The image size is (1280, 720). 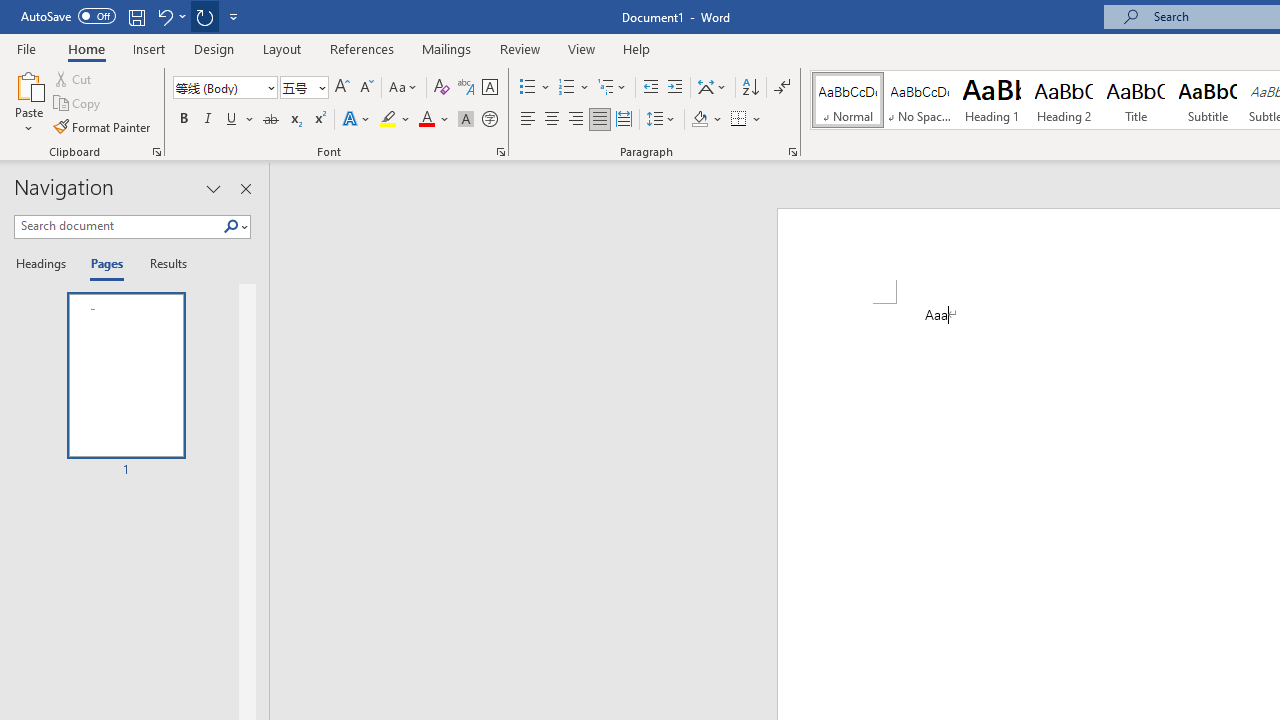 What do you see at coordinates (1207, 100) in the screenshot?
I see `'Subtitle'` at bounding box center [1207, 100].